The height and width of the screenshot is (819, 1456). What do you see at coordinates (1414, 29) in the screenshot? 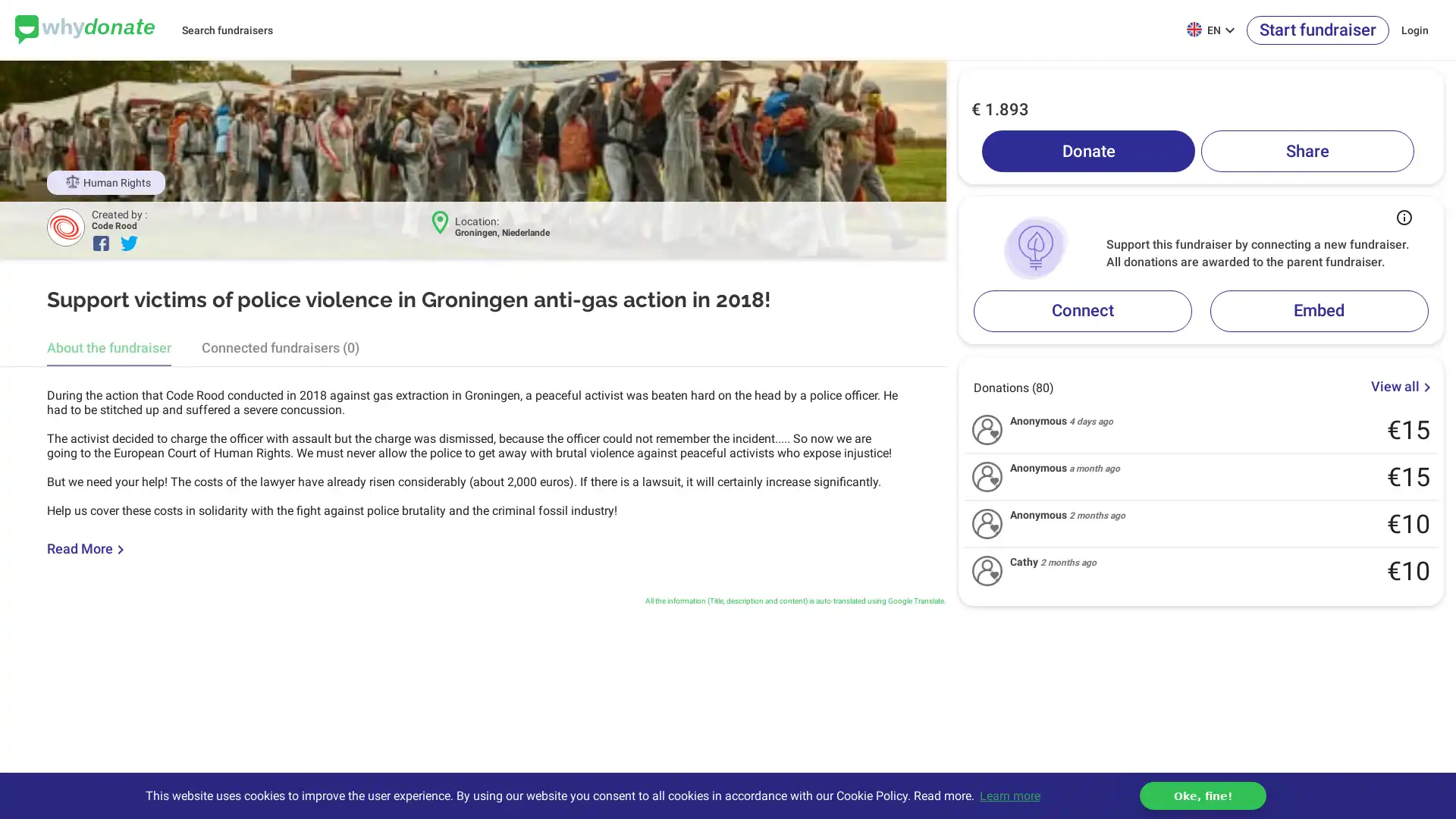
I see `Login` at bounding box center [1414, 29].